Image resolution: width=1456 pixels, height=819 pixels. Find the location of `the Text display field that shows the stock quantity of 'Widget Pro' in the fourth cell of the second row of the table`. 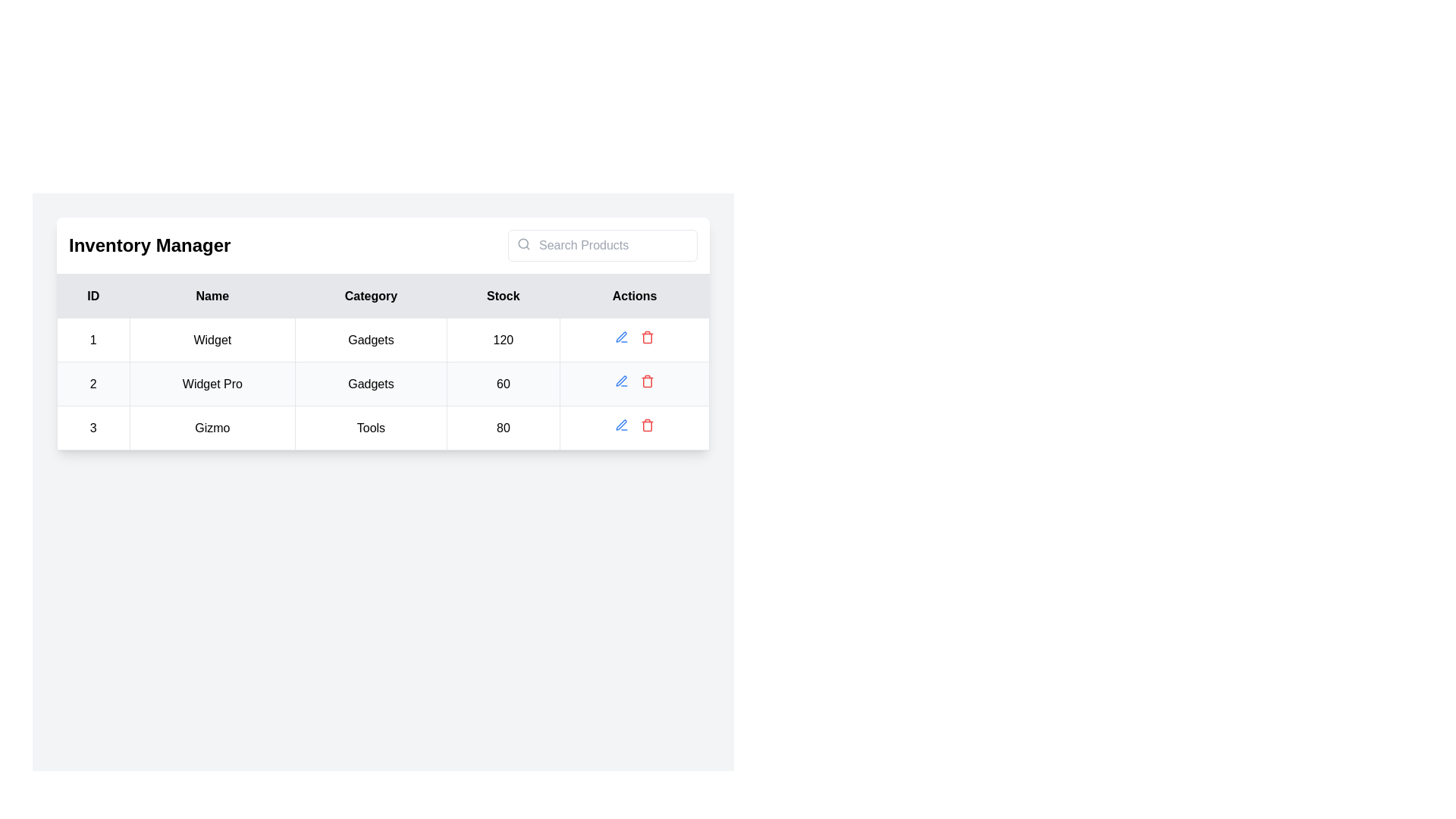

the Text display field that shows the stock quantity of 'Widget Pro' in the fourth cell of the second row of the table is located at coordinates (503, 383).